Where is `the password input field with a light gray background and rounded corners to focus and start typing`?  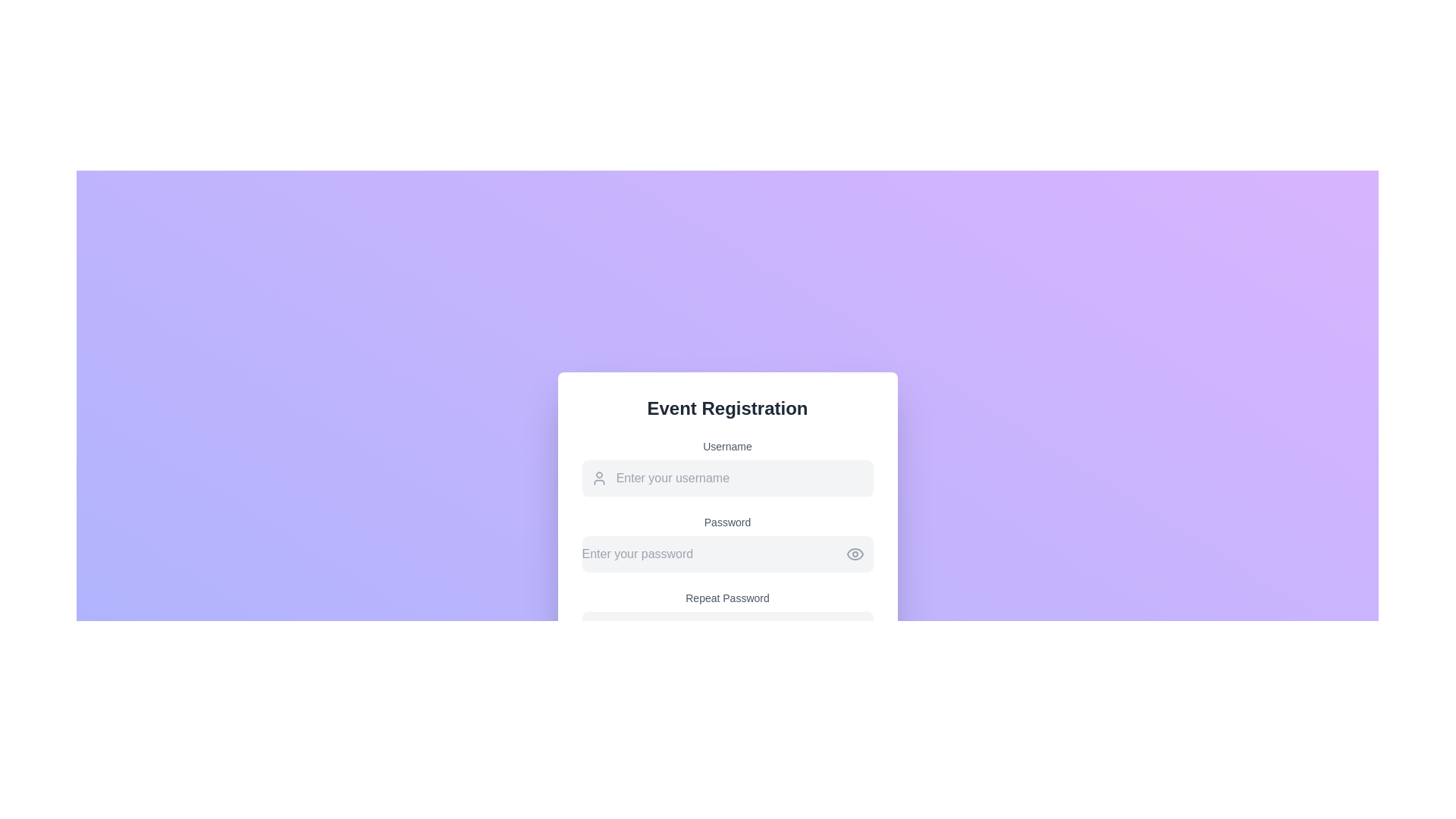
the password input field with a light gray background and rounded corners to focus and start typing is located at coordinates (726, 543).